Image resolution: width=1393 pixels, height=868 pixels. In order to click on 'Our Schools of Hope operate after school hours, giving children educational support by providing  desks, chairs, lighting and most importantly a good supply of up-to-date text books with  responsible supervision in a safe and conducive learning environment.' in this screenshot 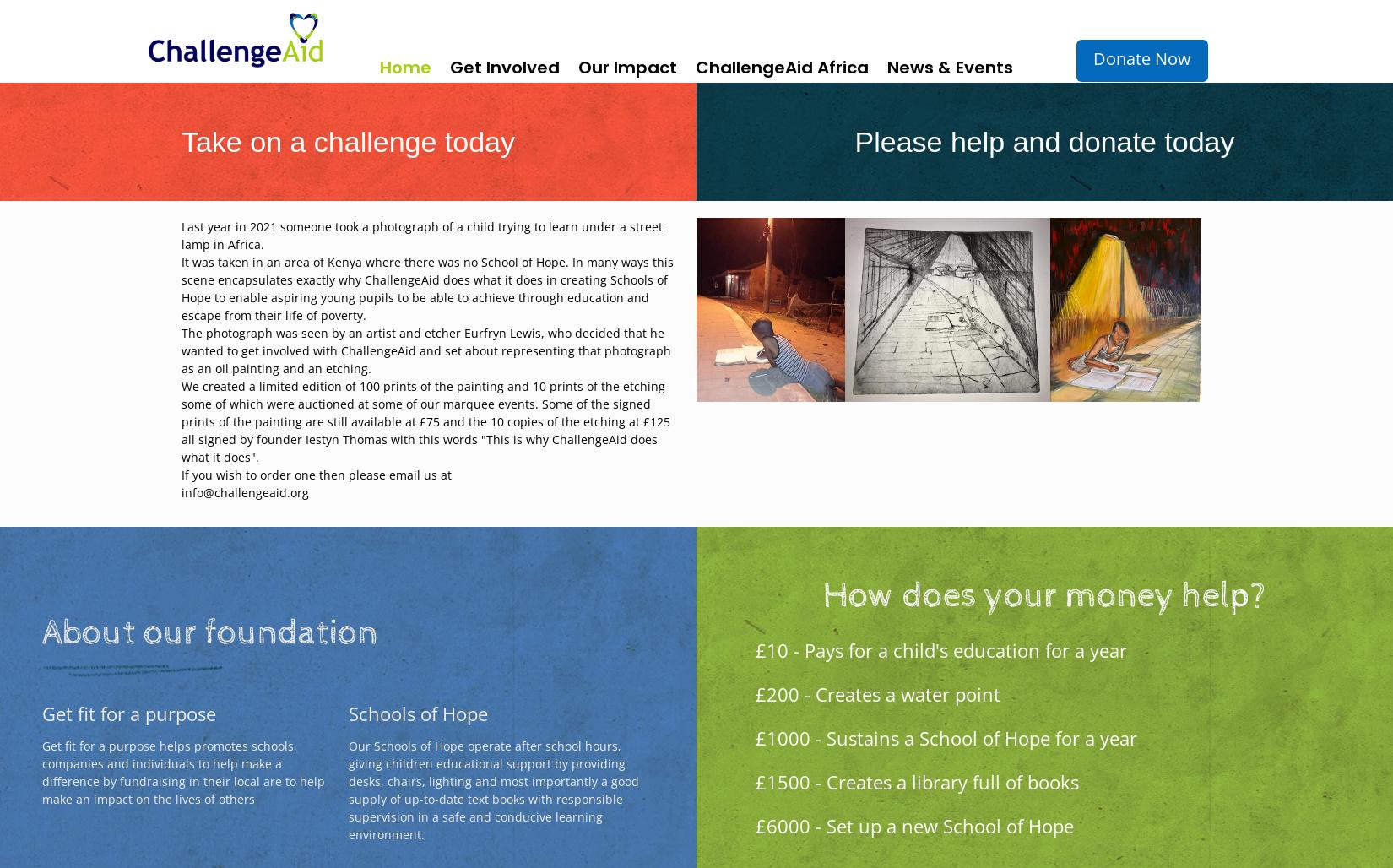, I will do `click(491, 789)`.